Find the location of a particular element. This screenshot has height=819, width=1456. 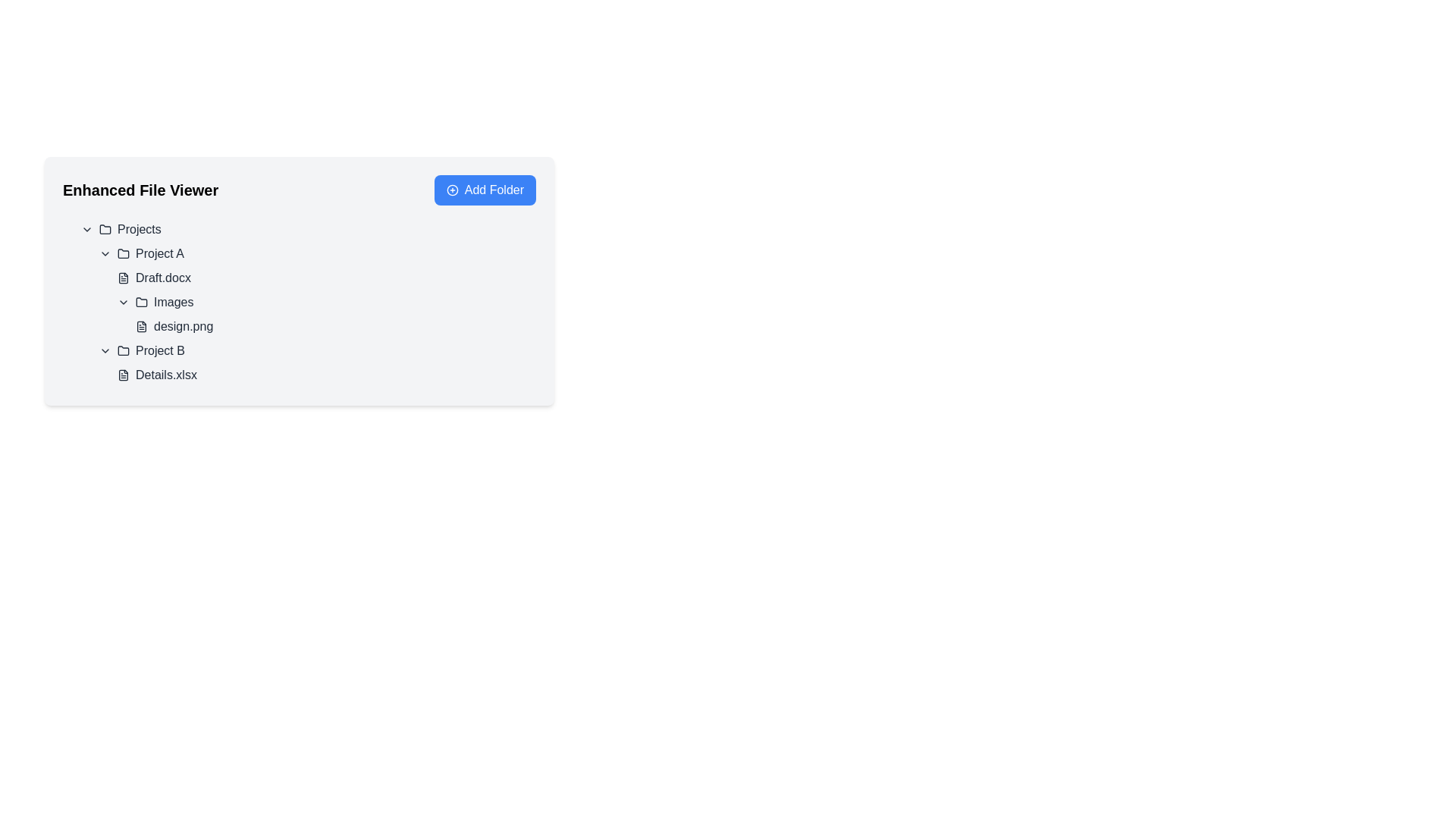

the 'Draft.docx' file entry in the file viewer is located at coordinates (316, 278).